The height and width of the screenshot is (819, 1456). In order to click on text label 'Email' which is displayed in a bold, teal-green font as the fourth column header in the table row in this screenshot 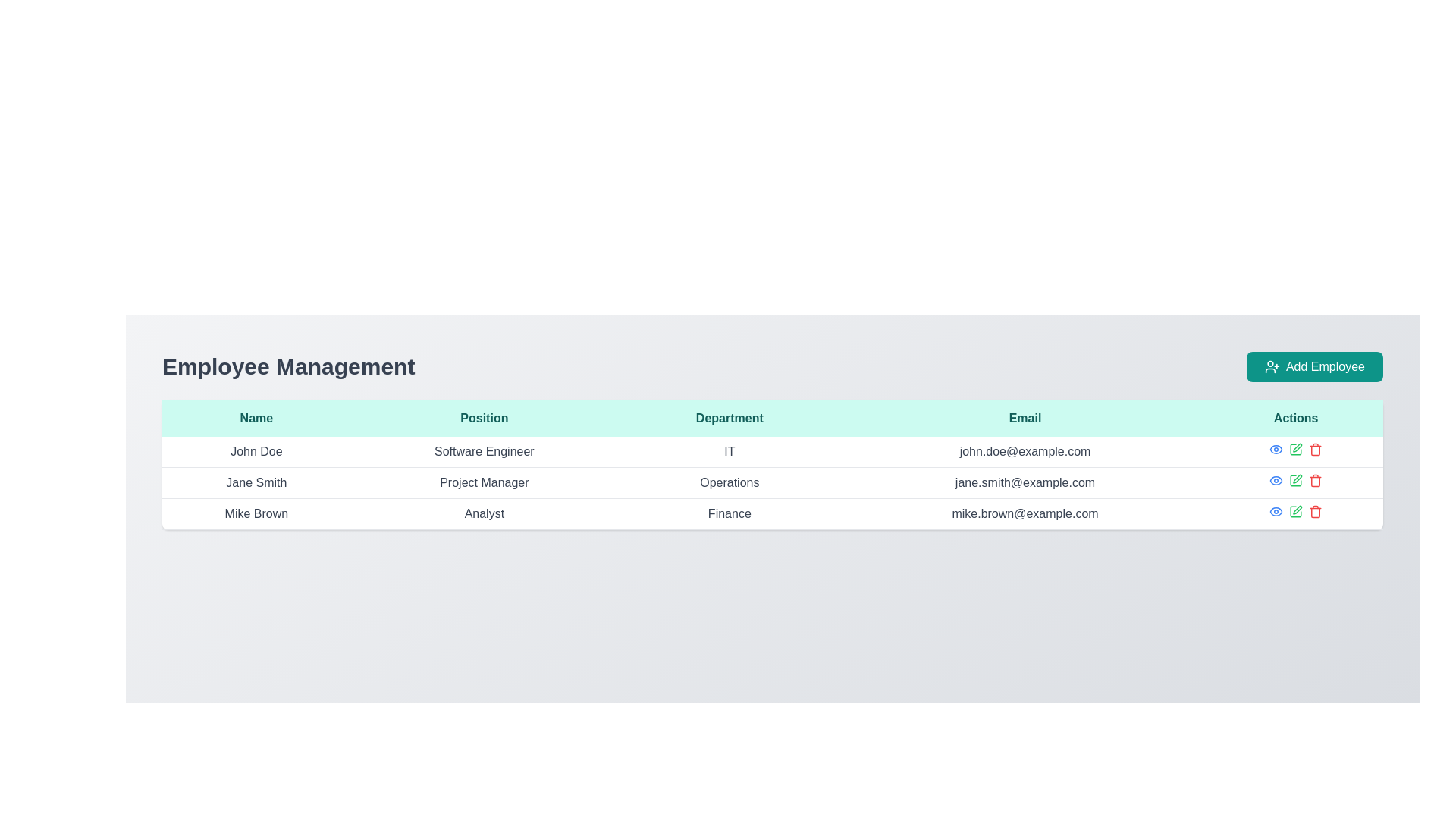, I will do `click(1025, 418)`.